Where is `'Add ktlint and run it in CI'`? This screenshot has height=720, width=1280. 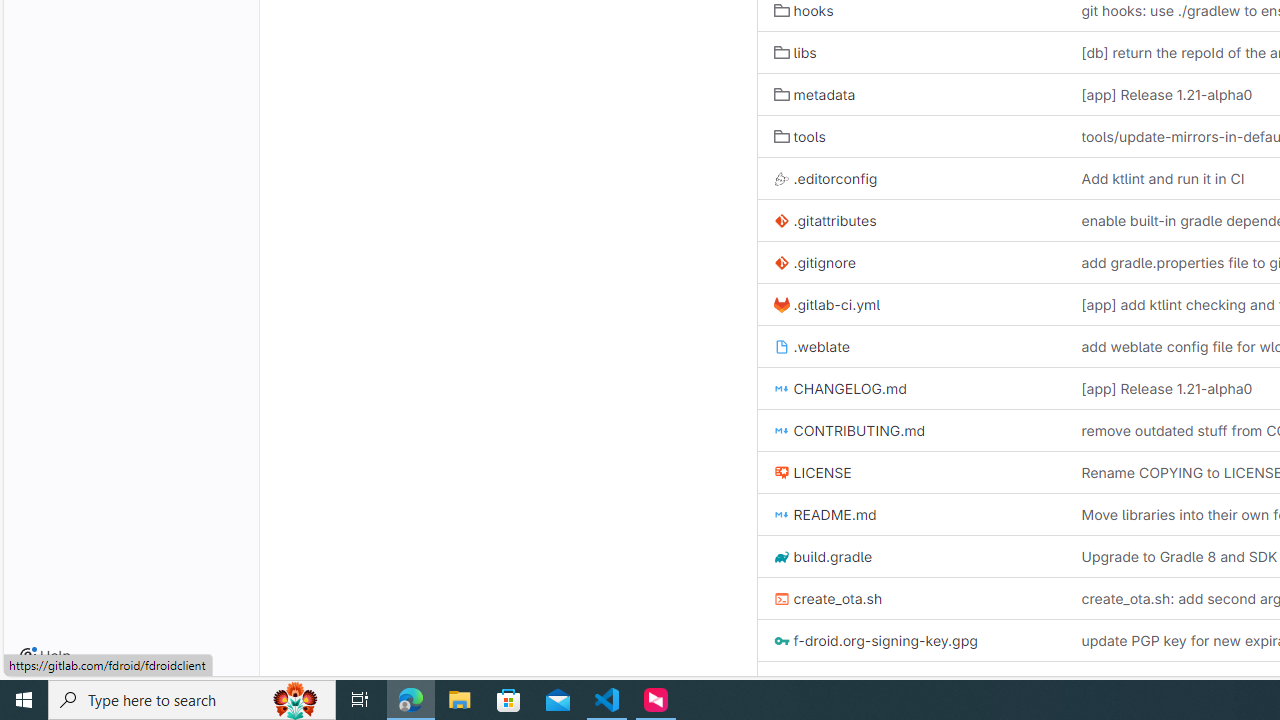
'Add ktlint and run it in CI' is located at coordinates (1163, 177).